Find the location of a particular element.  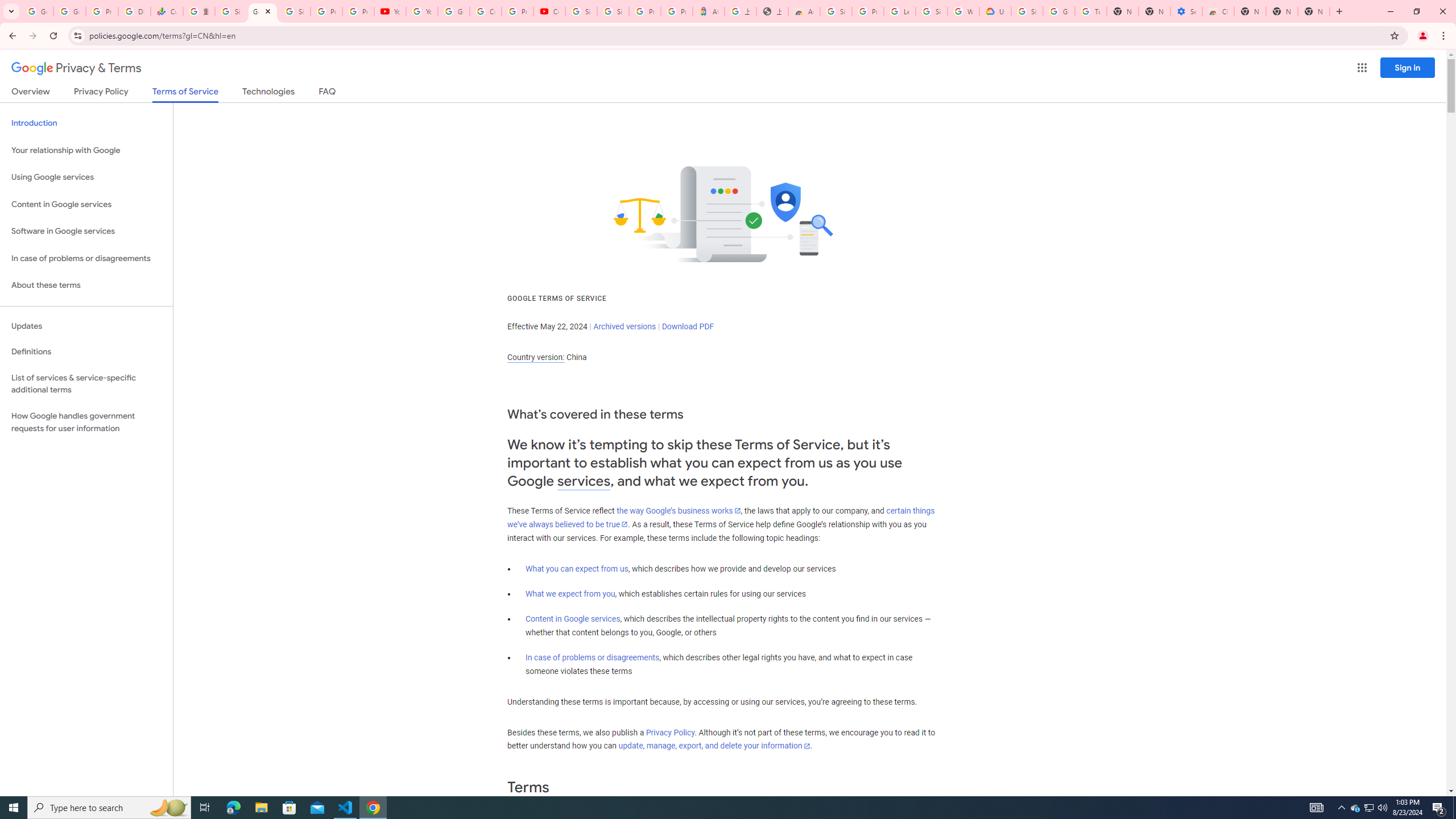

'Archived versions' is located at coordinates (624, 325).